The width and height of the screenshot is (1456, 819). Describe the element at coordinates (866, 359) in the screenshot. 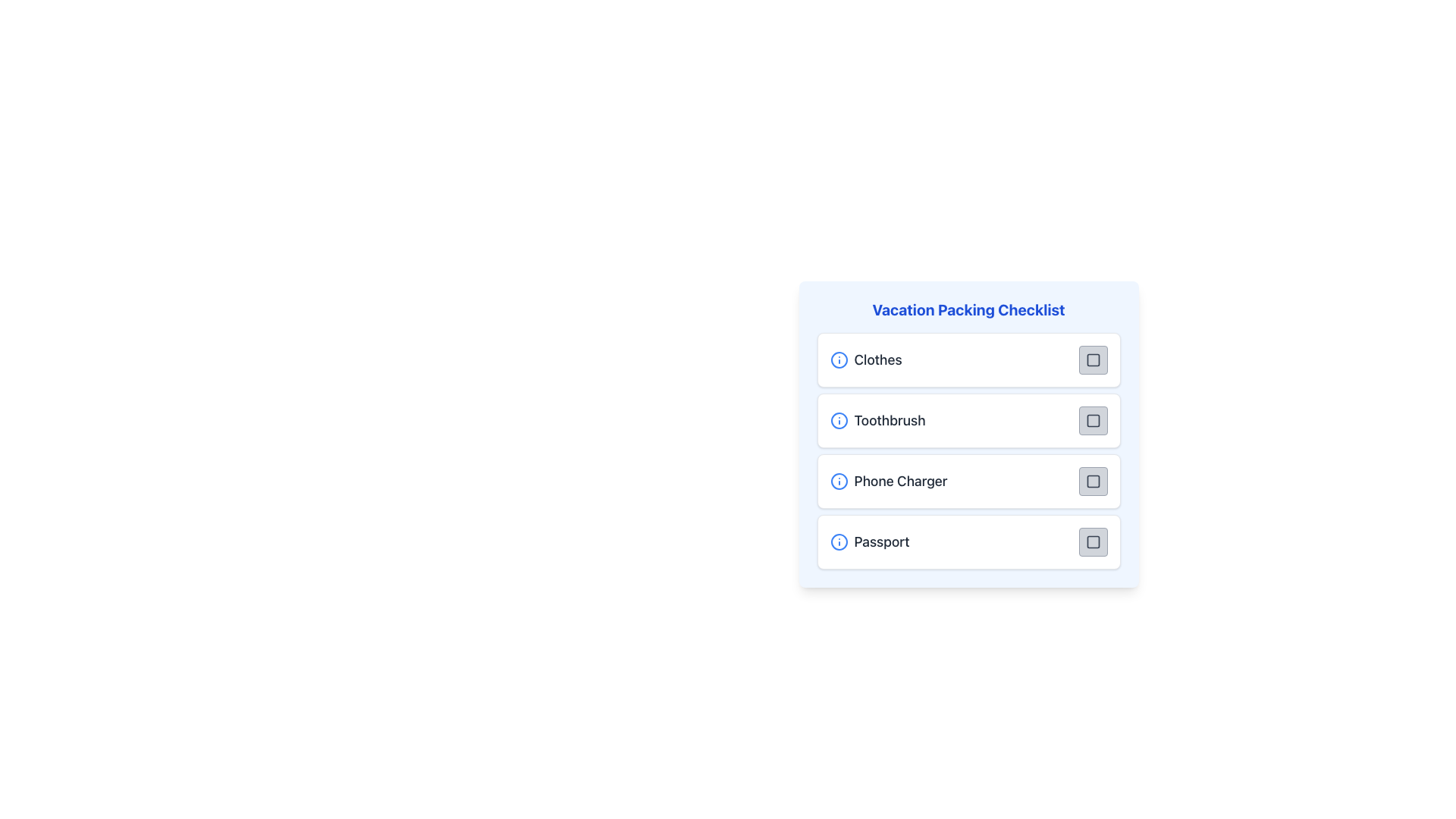

I see `the 'Clothes' label styled as a header with a blue circular information icon, located in the first row of a checklist` at that location.